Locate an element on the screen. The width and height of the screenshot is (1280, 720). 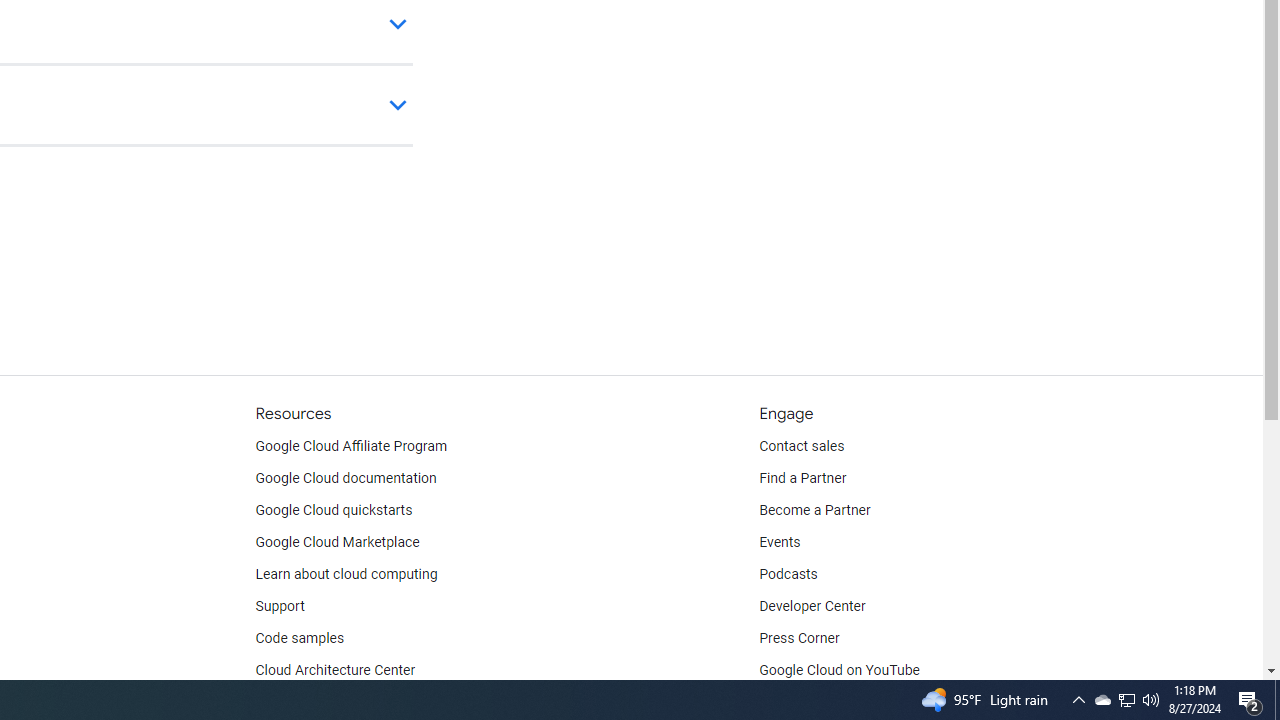
'Support' is located at coordinates (278, 605).